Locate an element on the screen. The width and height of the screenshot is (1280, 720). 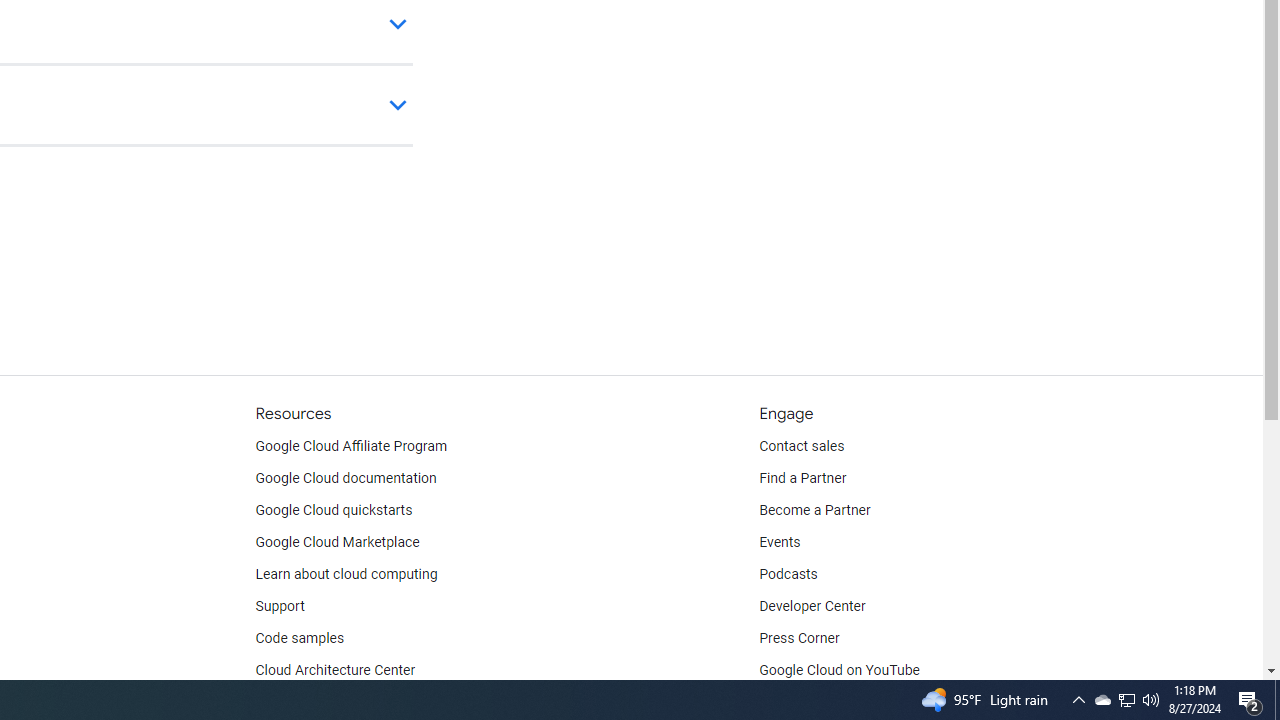
'Support' is located at coordinates (278, 605).